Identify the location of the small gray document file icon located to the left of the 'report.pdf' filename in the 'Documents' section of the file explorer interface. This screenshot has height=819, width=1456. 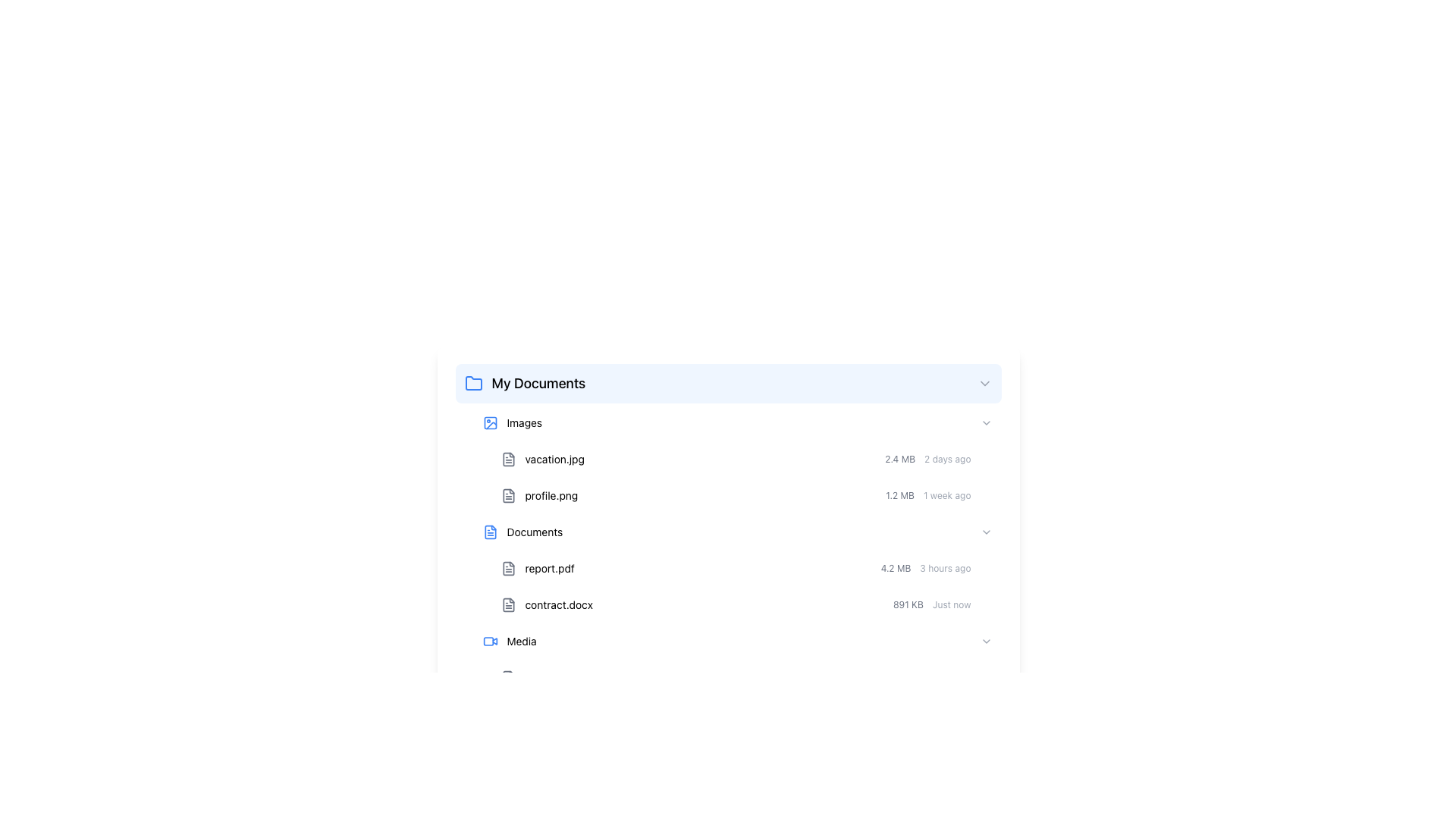
(508, 568).